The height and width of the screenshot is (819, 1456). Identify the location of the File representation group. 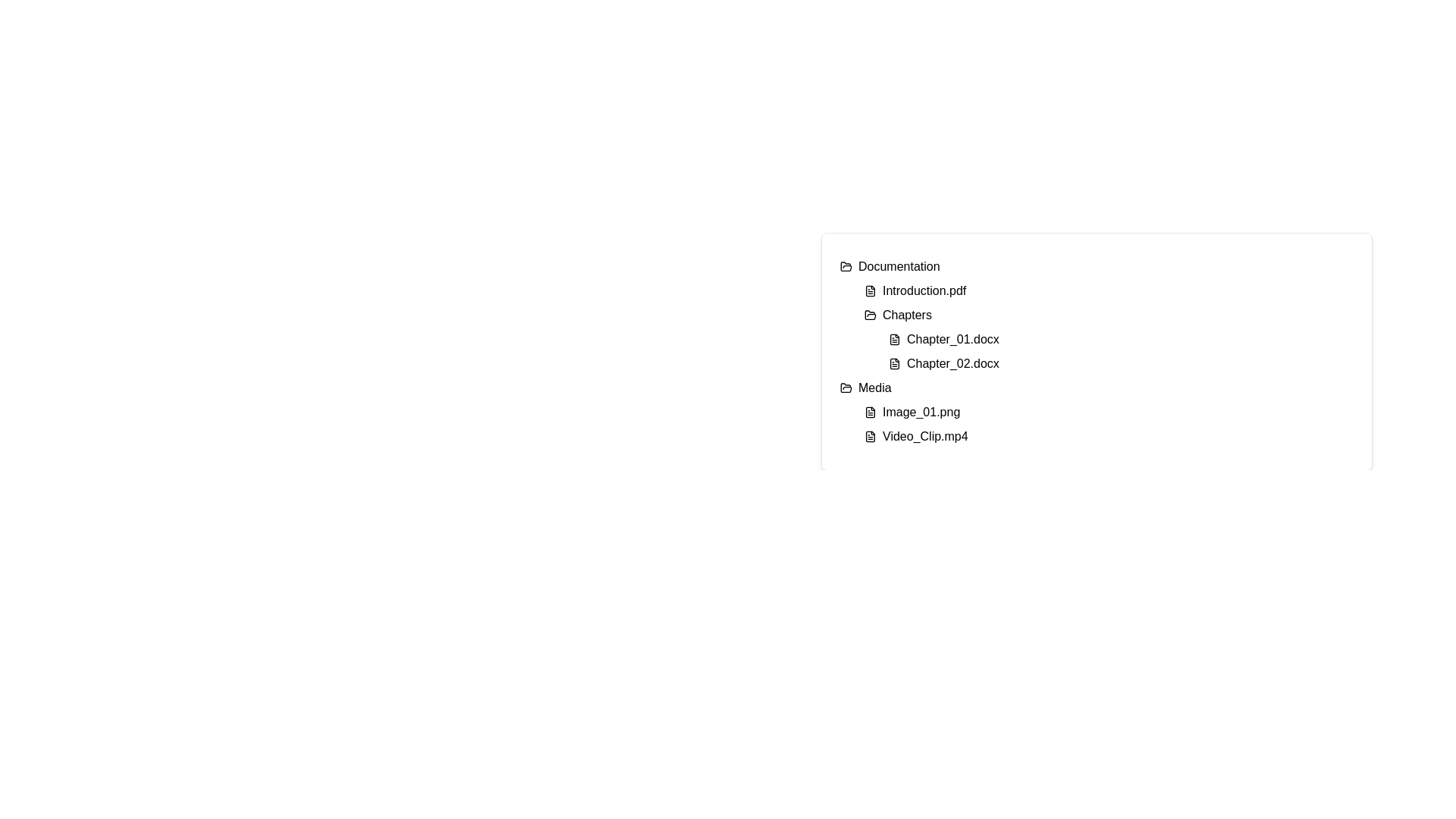
(1109, 424).